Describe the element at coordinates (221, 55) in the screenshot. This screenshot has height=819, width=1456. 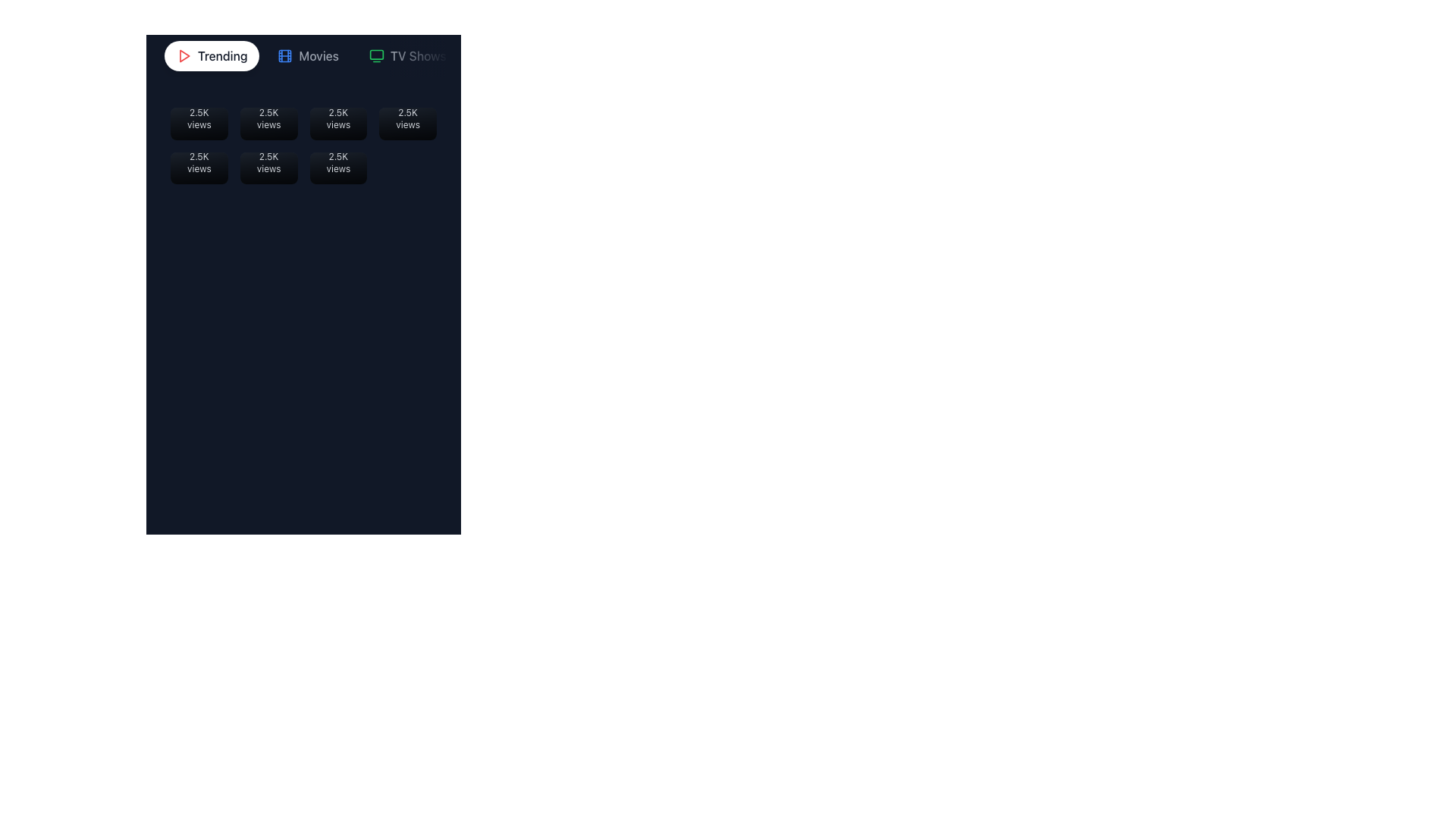
I see `the 'Trending' text label, which is part of a horizontally-oriented button with rounded corners` at that location.